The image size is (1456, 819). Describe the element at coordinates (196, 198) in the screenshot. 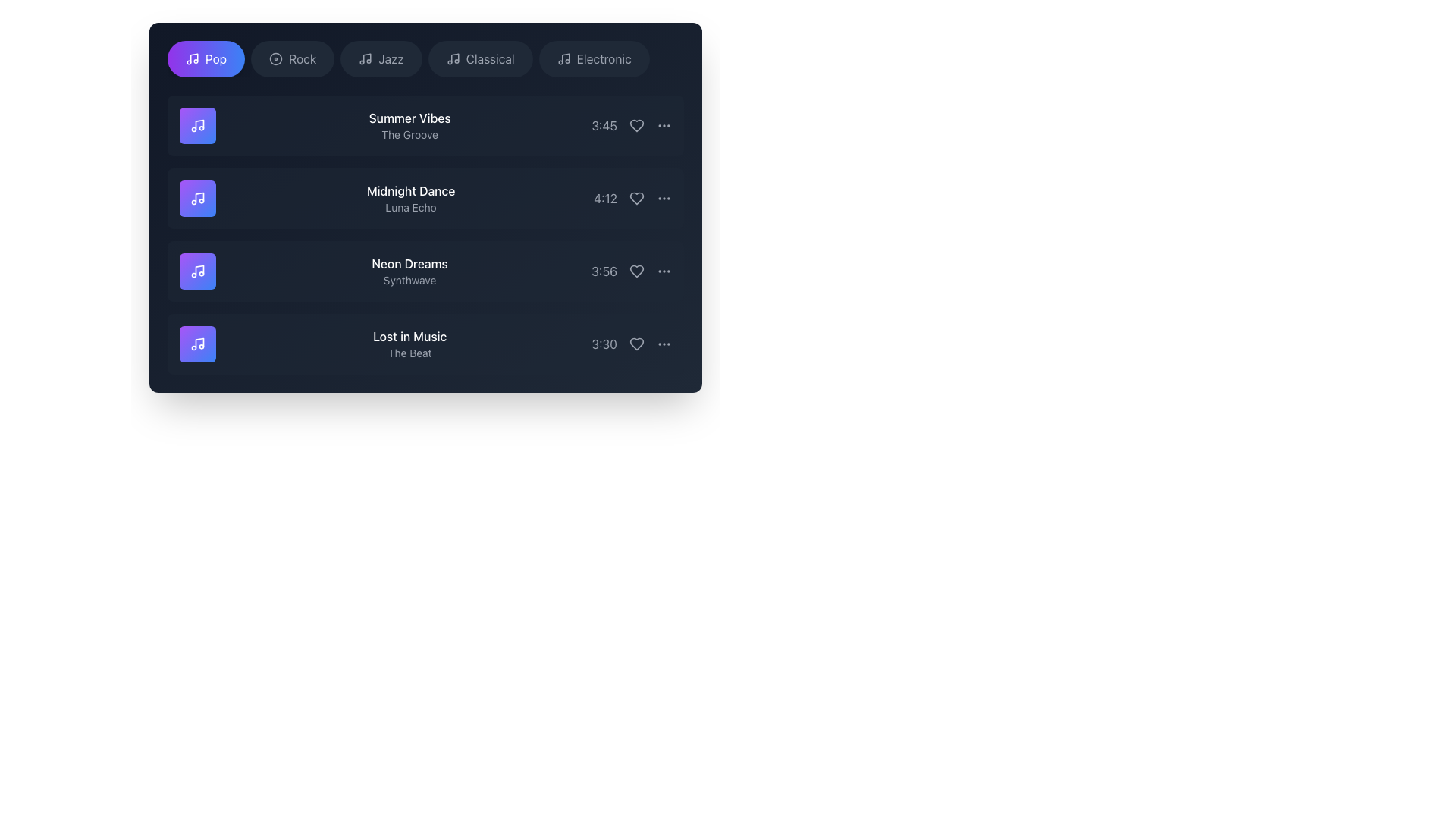

I see `the SVG musical note icon located in the second list item of the music list, which is positioned immediately to the left of the text 'Midnight Dance'` at that location.